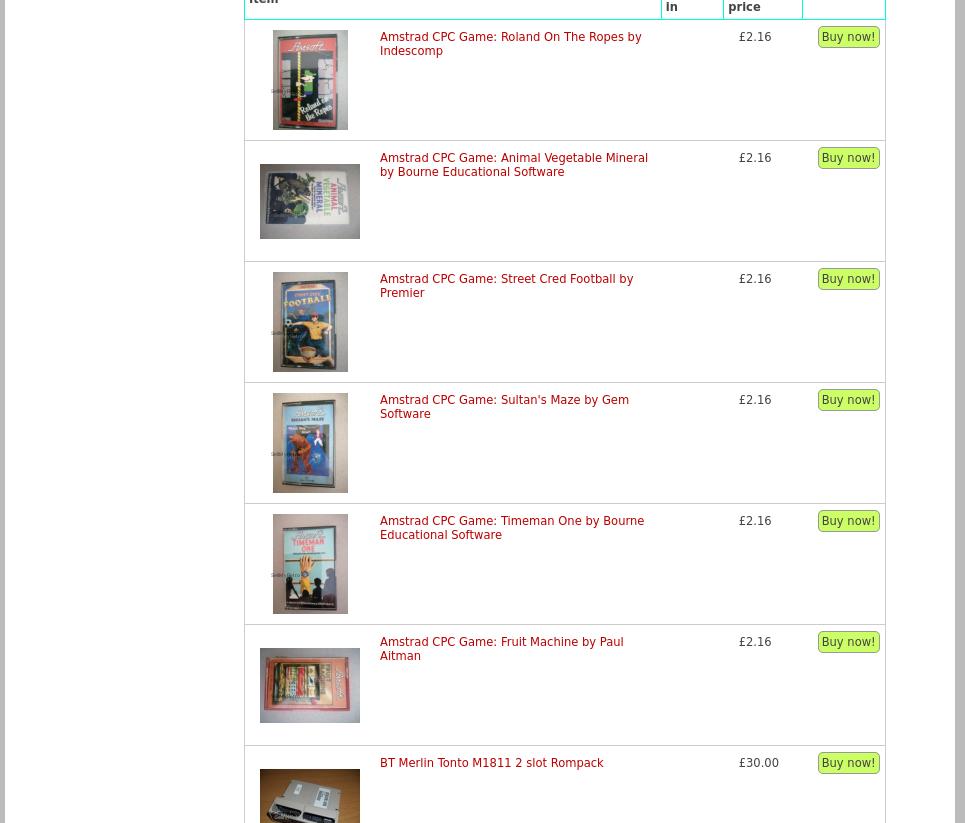  Describe the element at coordinates (491, 761) in the screenshot. I see `'BT Merlin Tonto M1811 2 slot Rompack'` at that location.